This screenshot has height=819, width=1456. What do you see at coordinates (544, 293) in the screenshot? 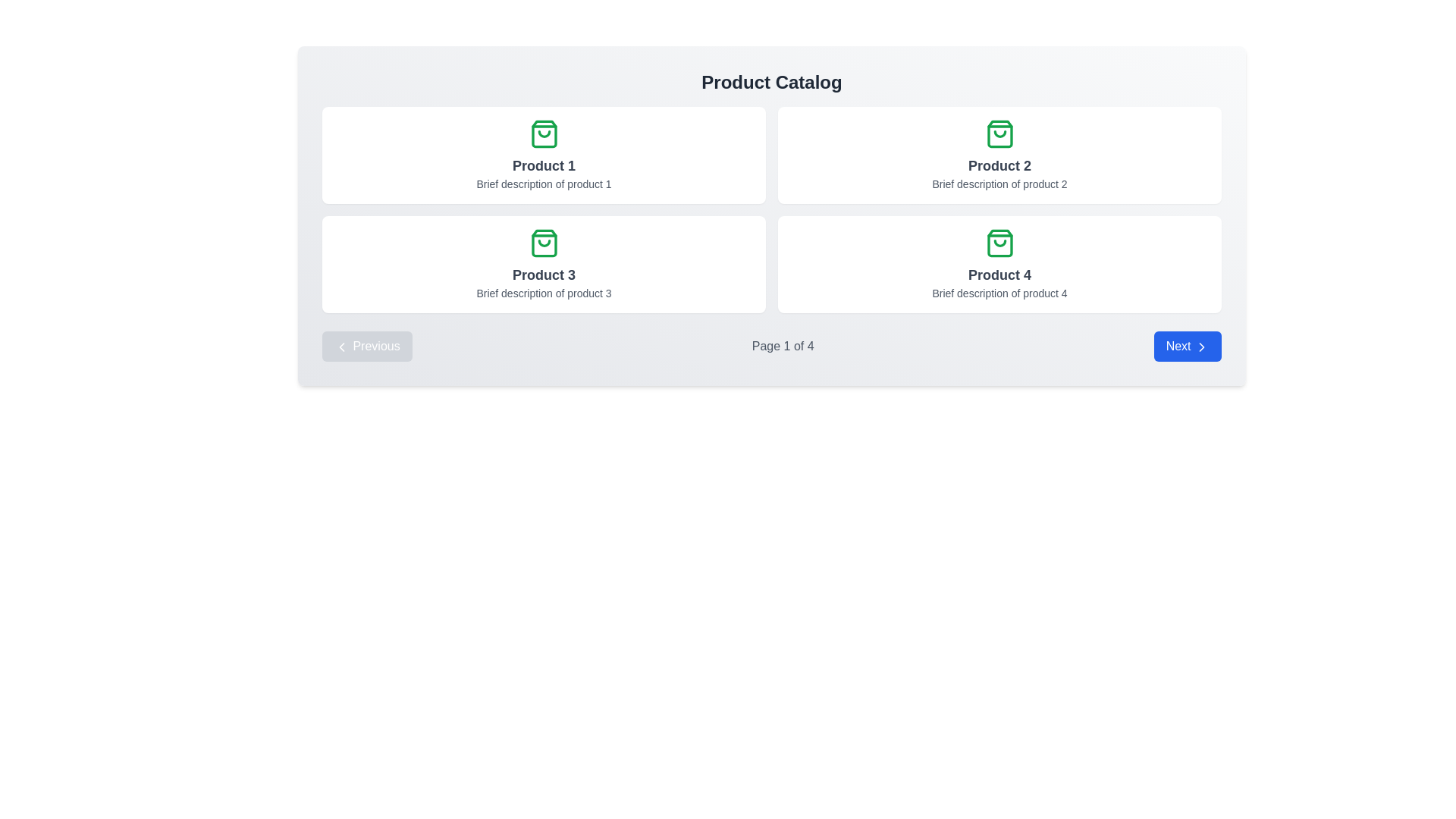
I see `text displayed in the text label that shows 'Brief description of product 3', located beneath the title 'Product 3' in the third product card` at bounding box center [544, 293].